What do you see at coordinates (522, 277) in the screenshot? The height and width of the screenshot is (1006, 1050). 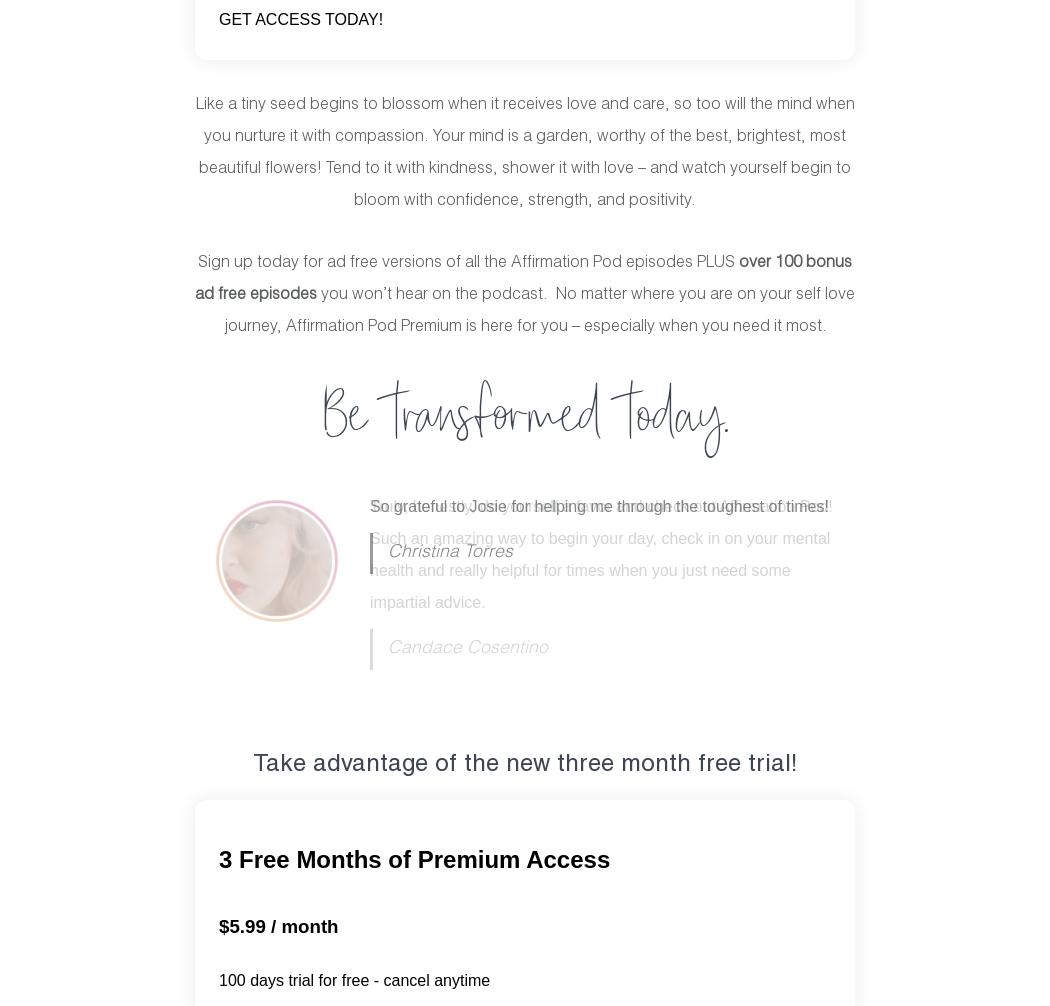 I see `'bonus ad free episodes'` at bounding box center [522, 277].